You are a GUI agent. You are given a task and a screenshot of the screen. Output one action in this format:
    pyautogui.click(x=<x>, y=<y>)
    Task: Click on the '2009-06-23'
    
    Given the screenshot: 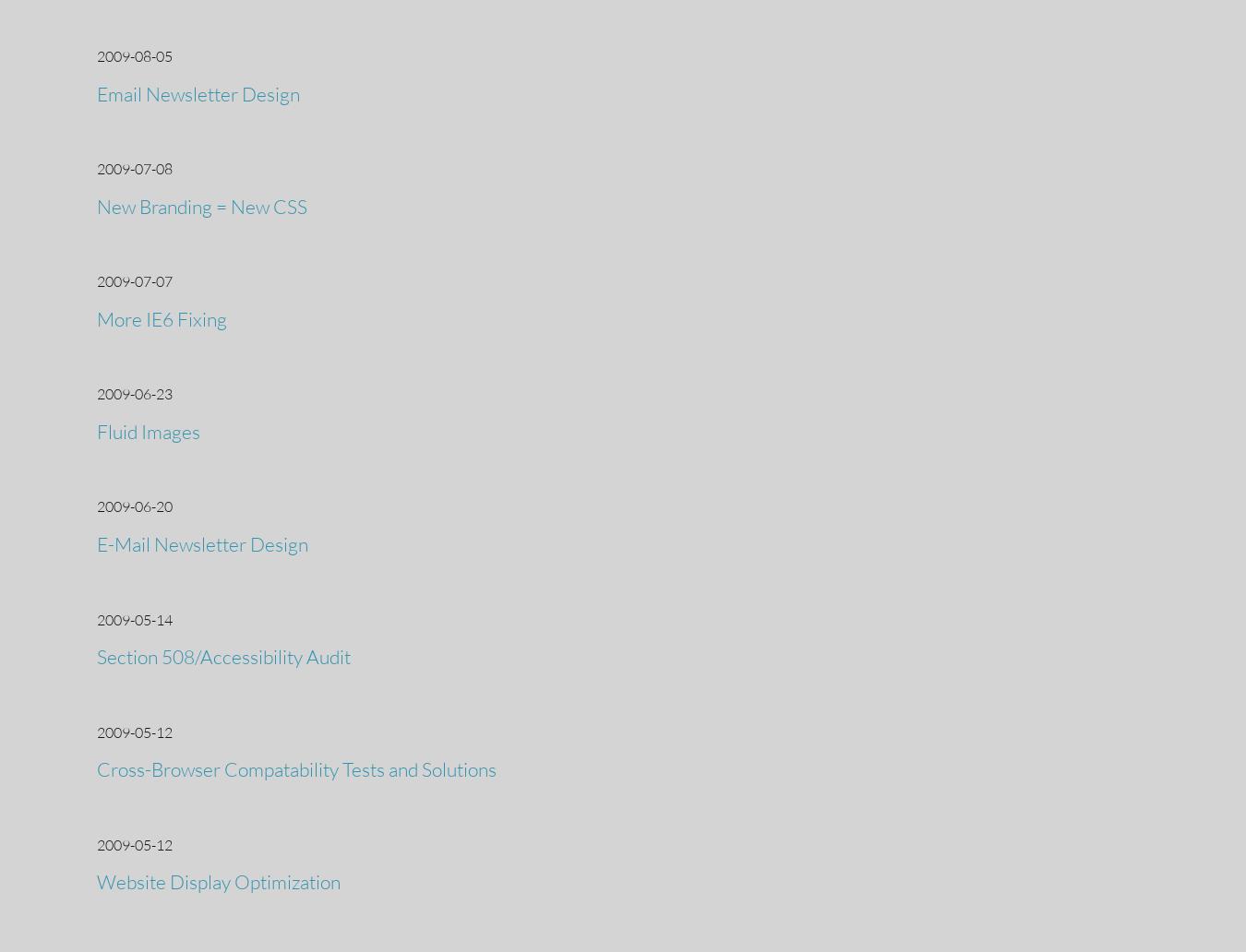 What is the action you would take?
    pyautogui.click(x=134, y=393)
    